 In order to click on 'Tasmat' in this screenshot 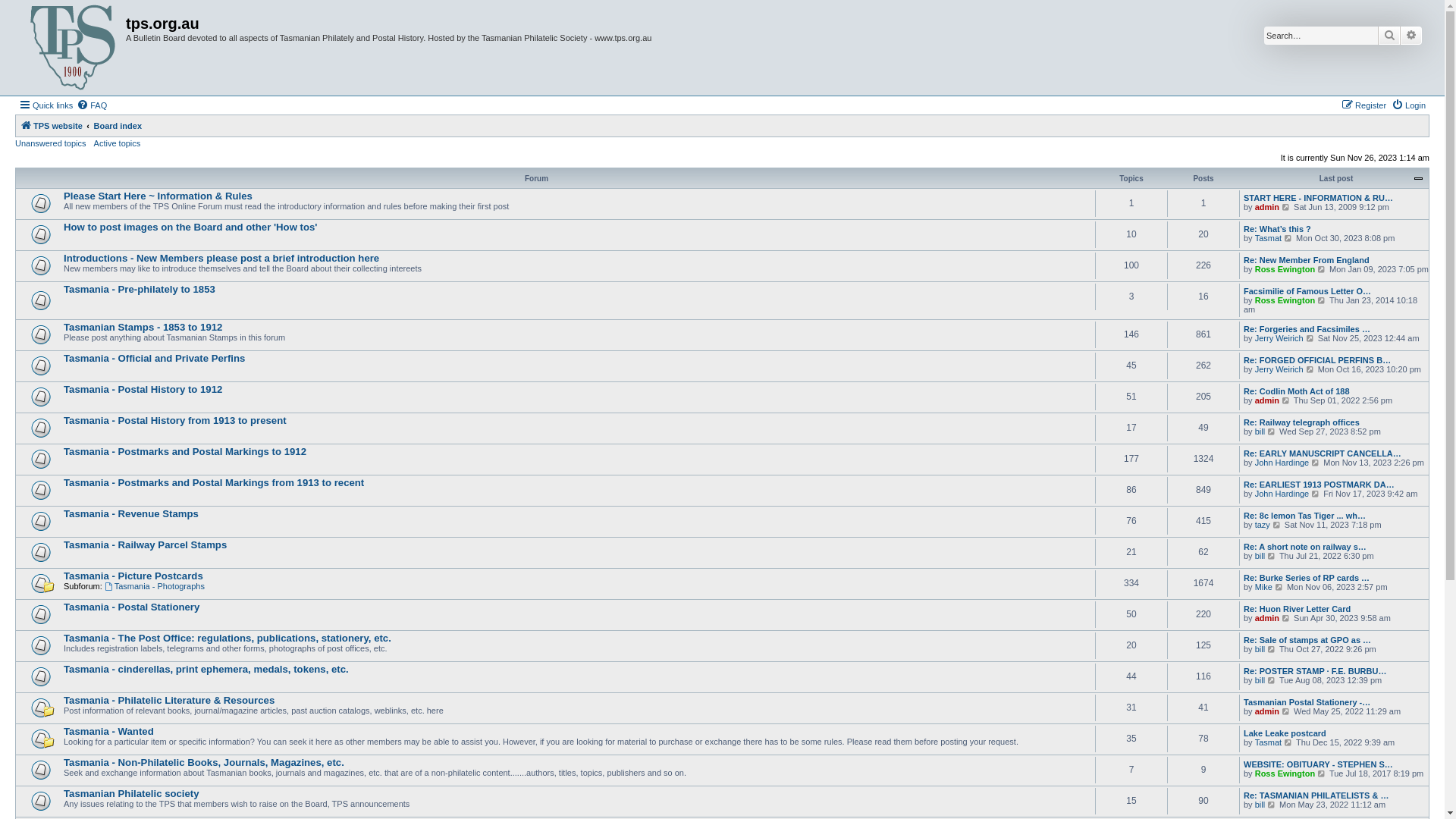, I will do `click(1255, 742)`.